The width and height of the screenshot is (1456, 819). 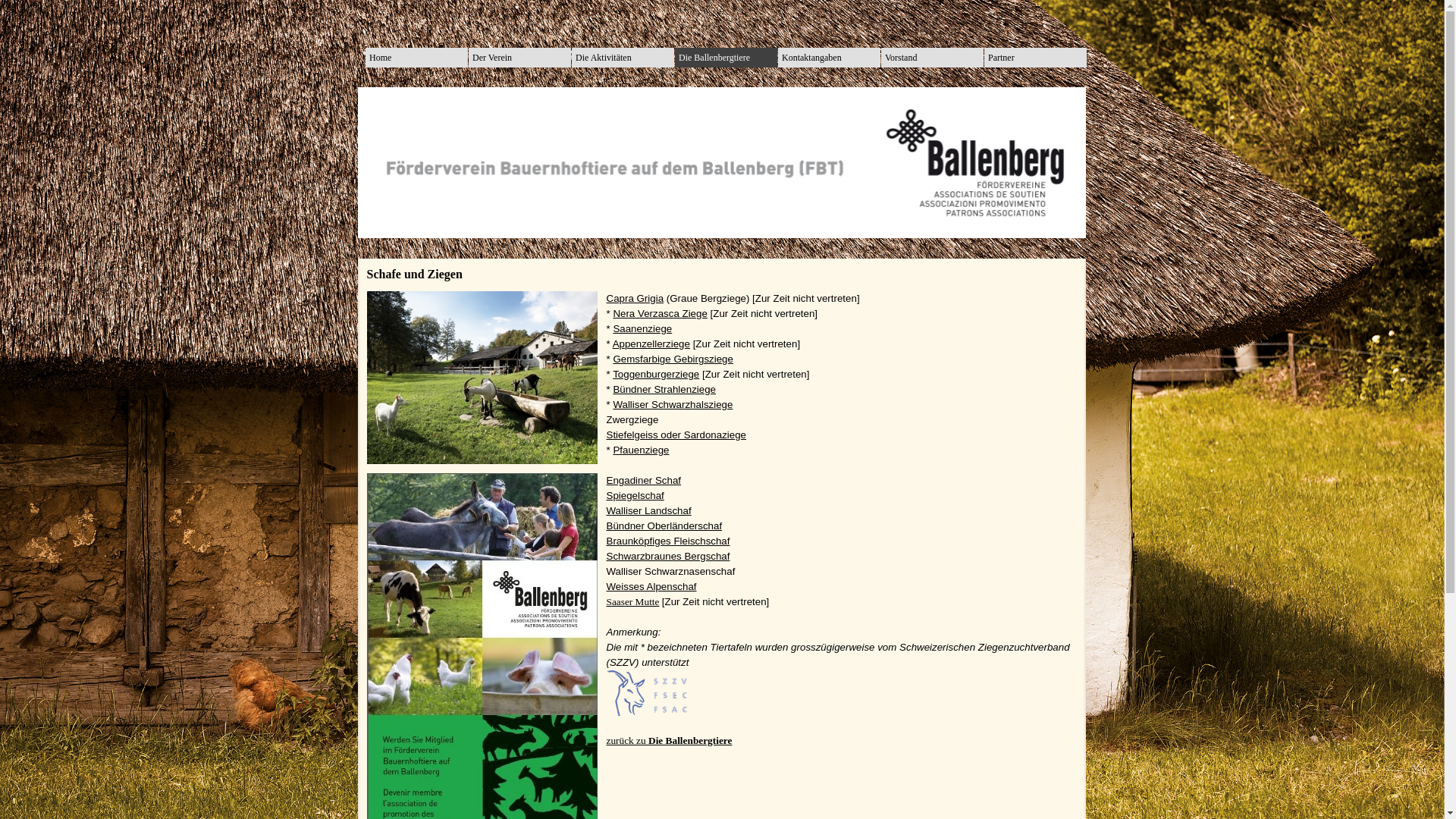 I want to click on 'Spiegelschaf', so click(x=635, y=495).